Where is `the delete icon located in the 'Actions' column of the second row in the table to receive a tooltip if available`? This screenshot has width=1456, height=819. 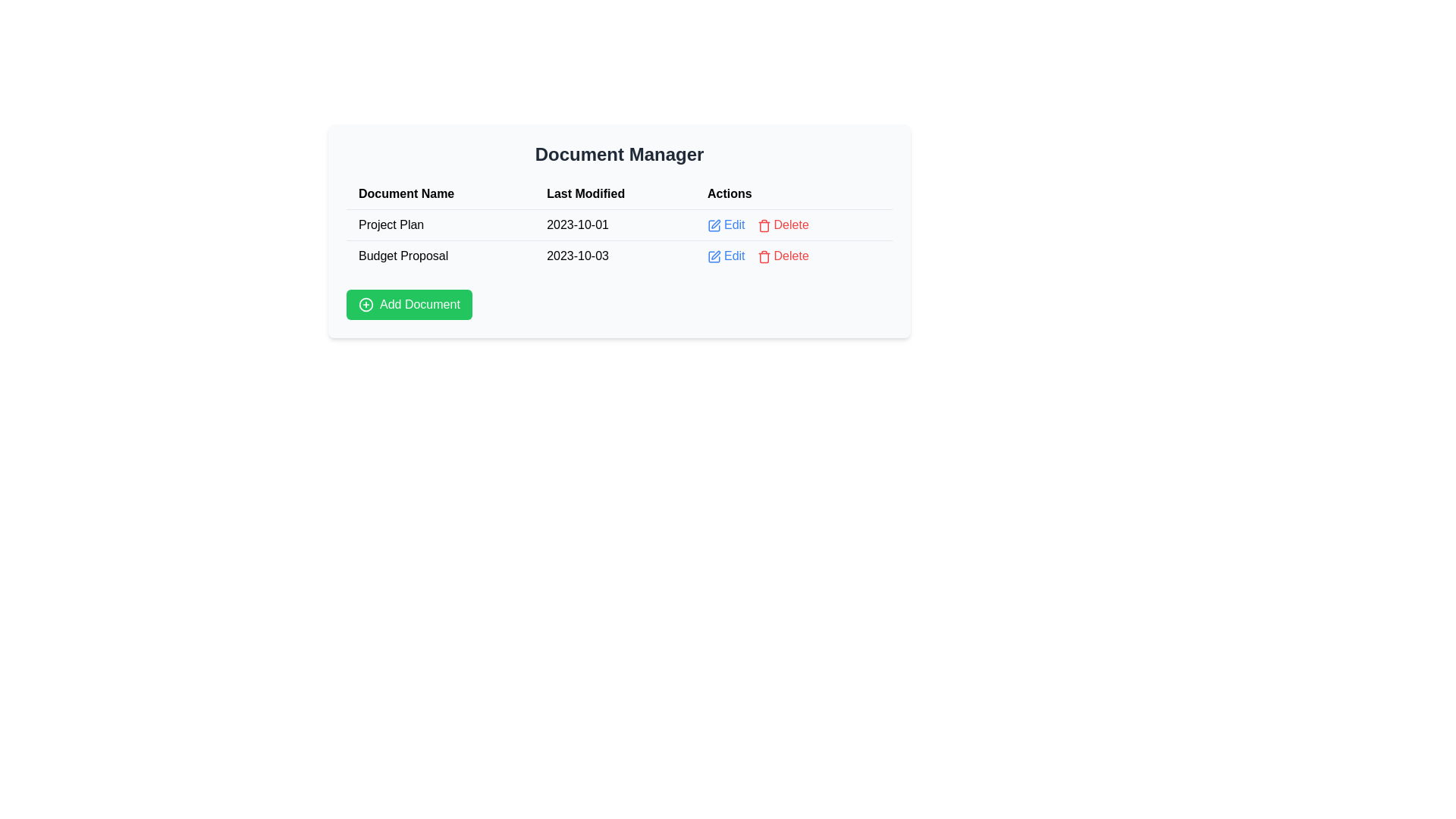 the delete icon located in the 'Actions' column of the second row in the table to receive a tooltip if available is located at coordinates (764, 256).